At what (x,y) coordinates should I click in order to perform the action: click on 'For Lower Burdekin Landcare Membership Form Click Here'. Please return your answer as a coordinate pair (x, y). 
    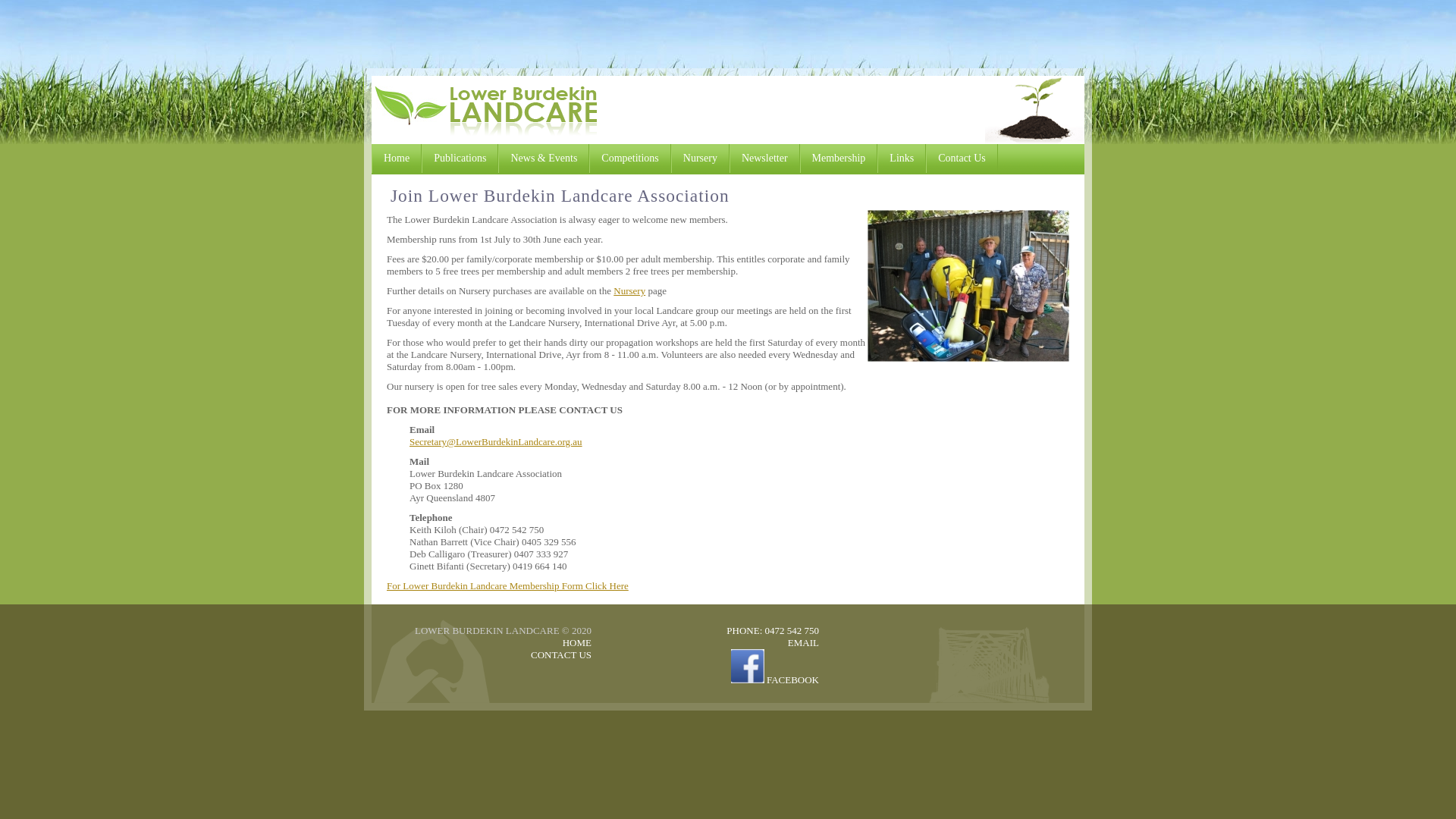
    Looking at the image, I should click on (507, 585).